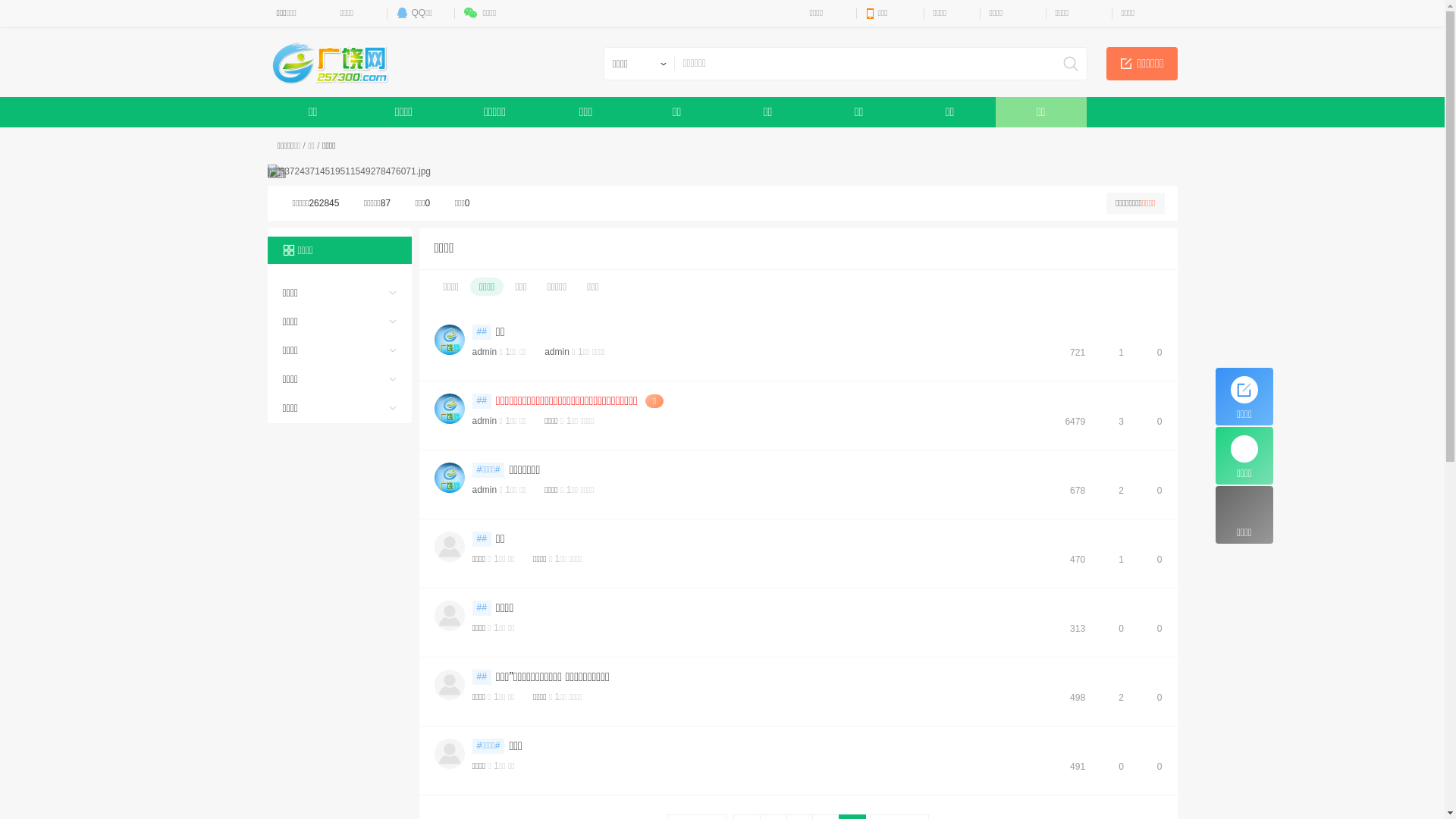 The width and height of the screenshot is (1456, 819). I want to click on '0', so click(1153, 559).